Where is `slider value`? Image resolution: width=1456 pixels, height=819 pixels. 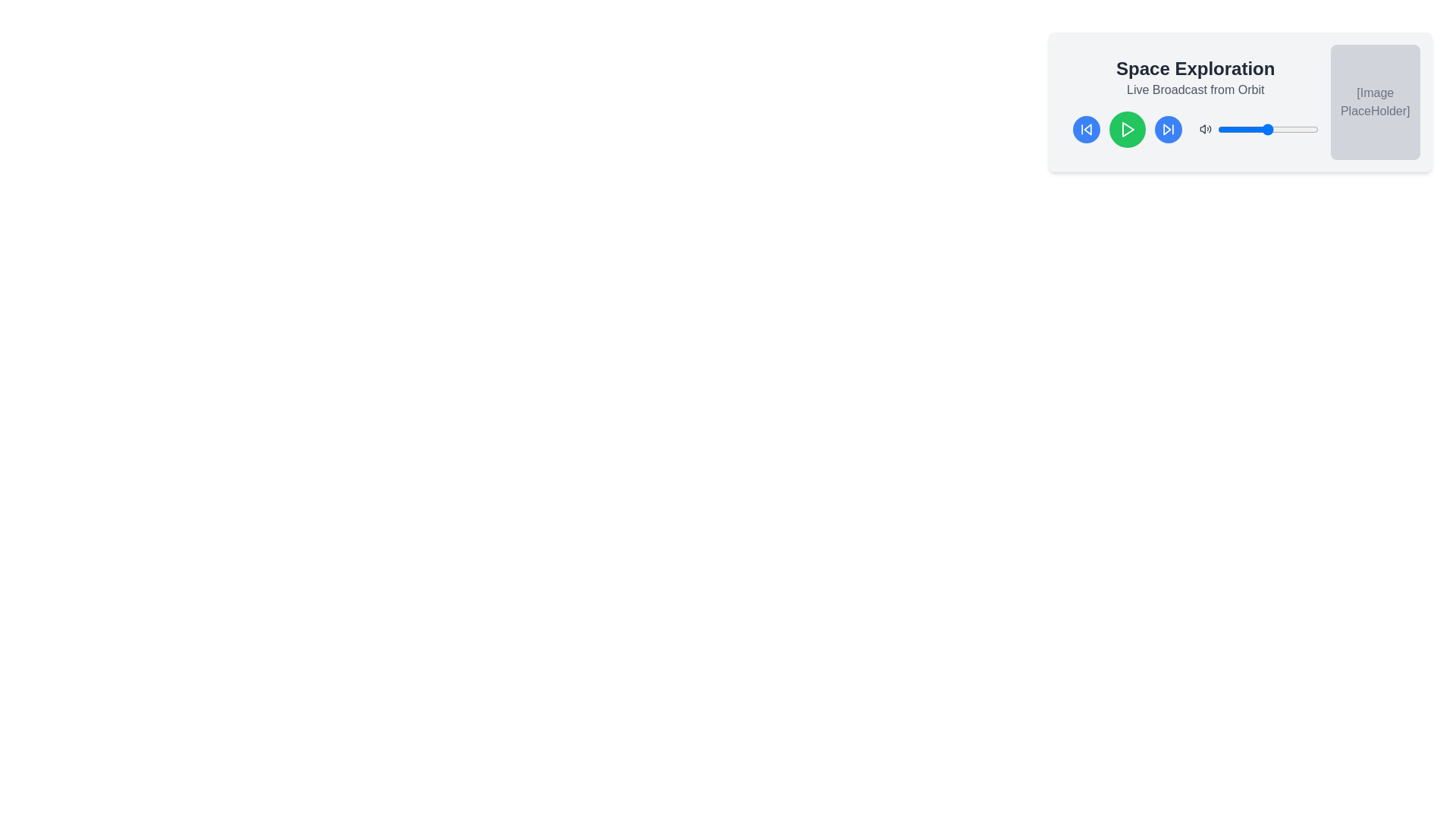 slider value is located at coordinates (1299, 128).